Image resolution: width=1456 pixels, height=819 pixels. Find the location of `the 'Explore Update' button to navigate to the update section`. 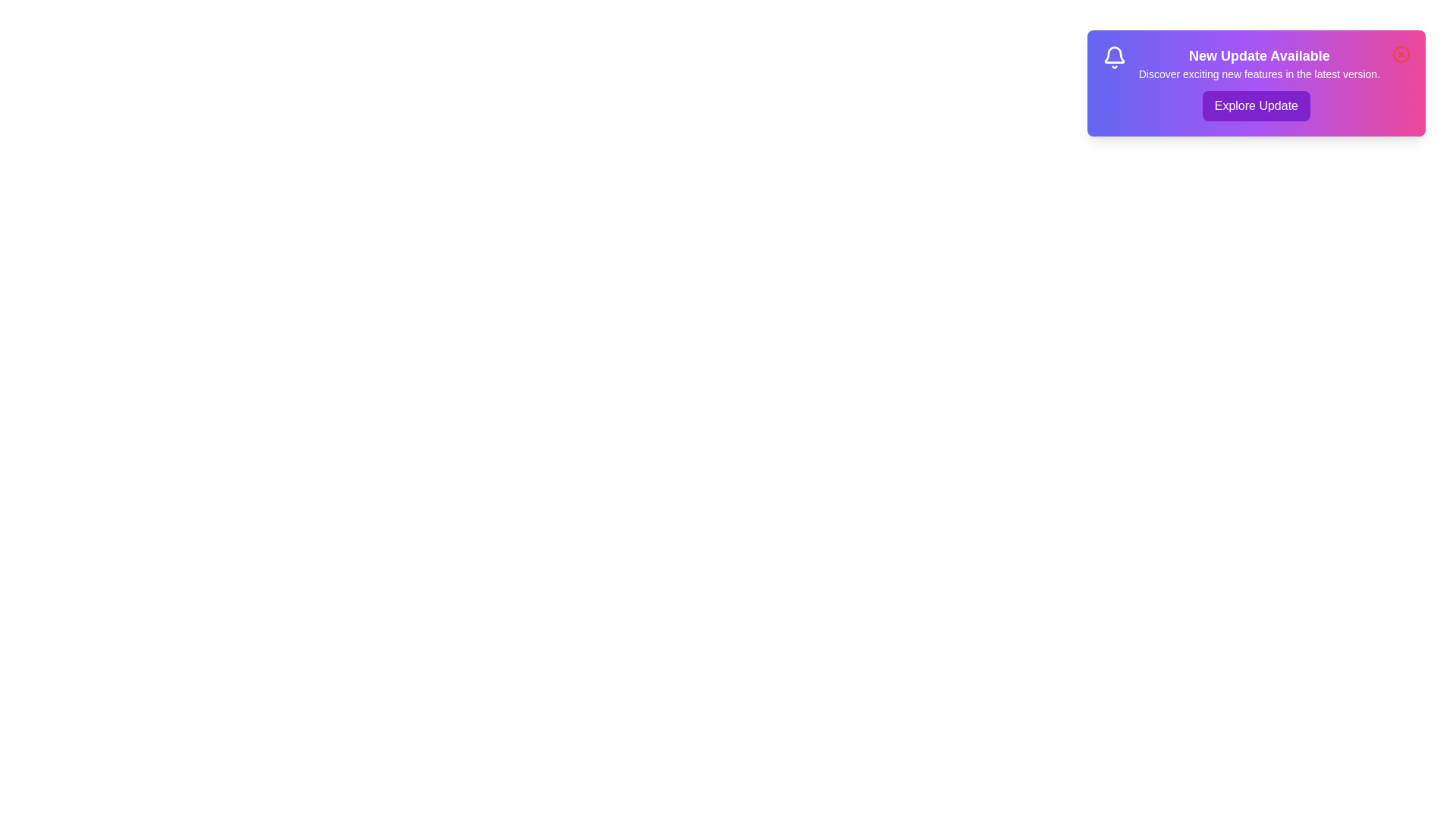

the 'Explore Update' button to navigate to the update section is located at coordinates (1256, 105).